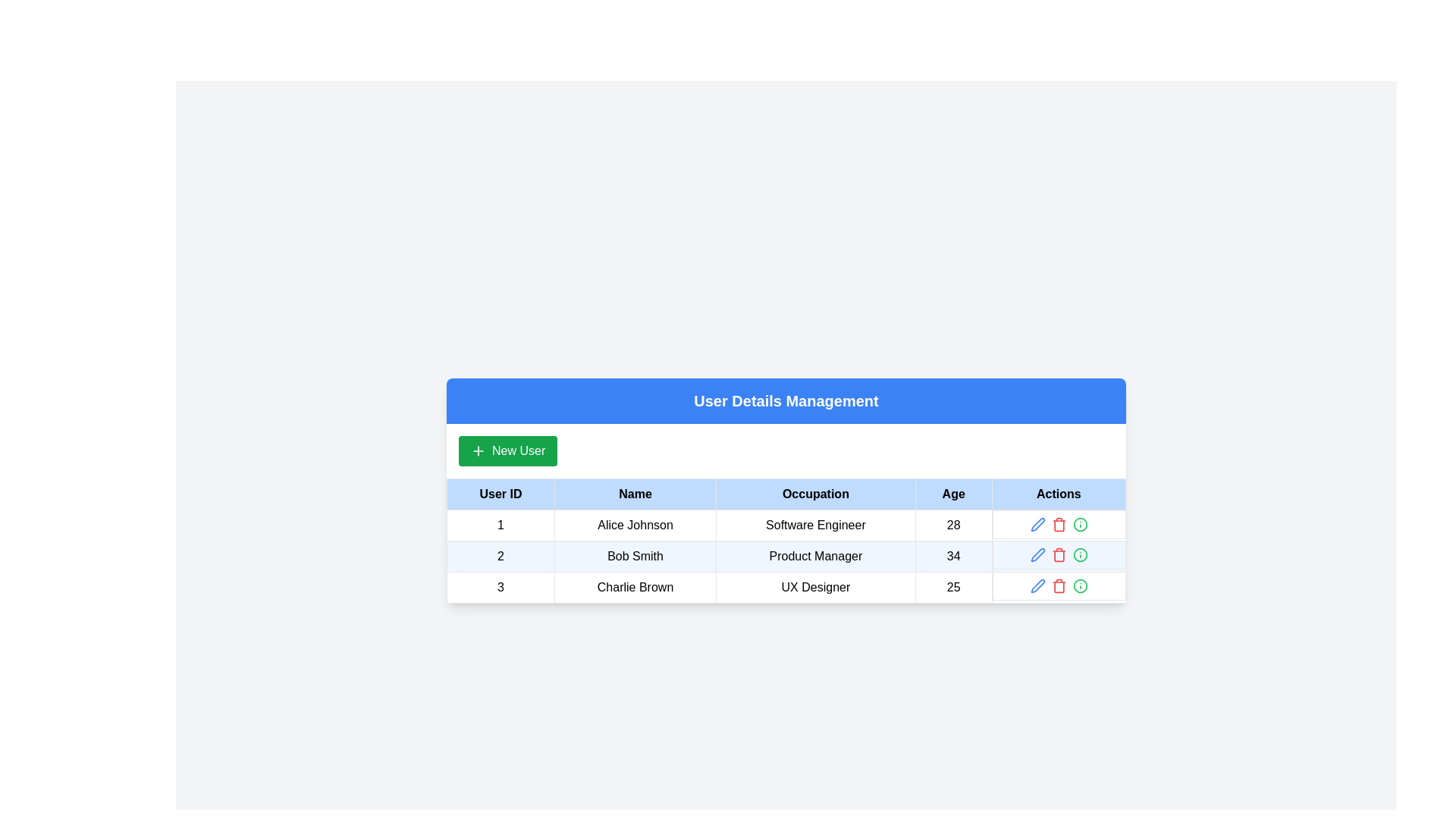 The image size is (1456, 819). What do you see at coordinates (814, 494) in the screenshot?
I see `the 'Occupation' table header cell, which is part of a structured table layout and is located in the header row as the third column from the left, between 'Name' and 'Age'` at bounding box center [814, 494].